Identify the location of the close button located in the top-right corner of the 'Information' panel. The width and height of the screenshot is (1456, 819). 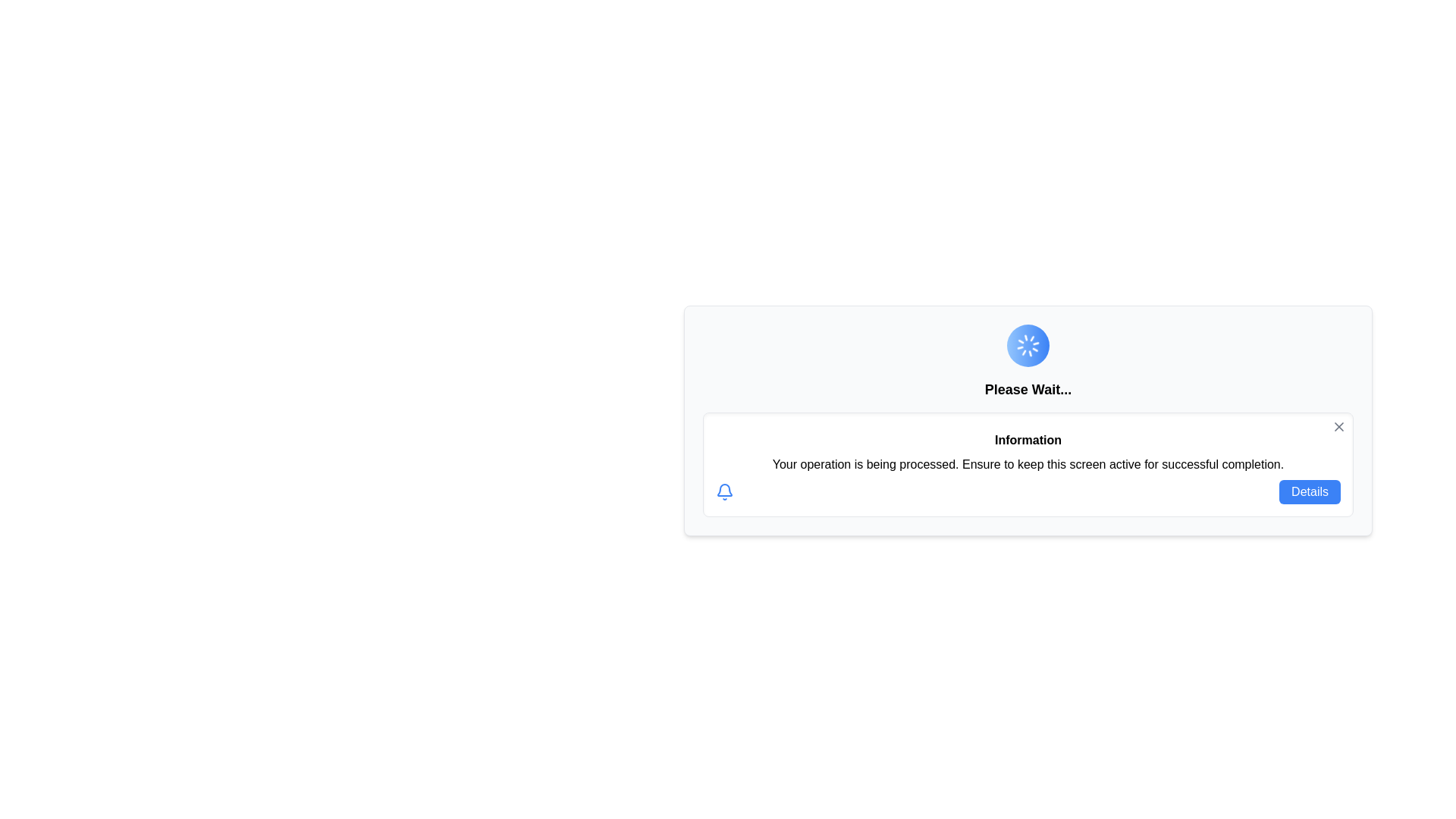
(1339, 427).